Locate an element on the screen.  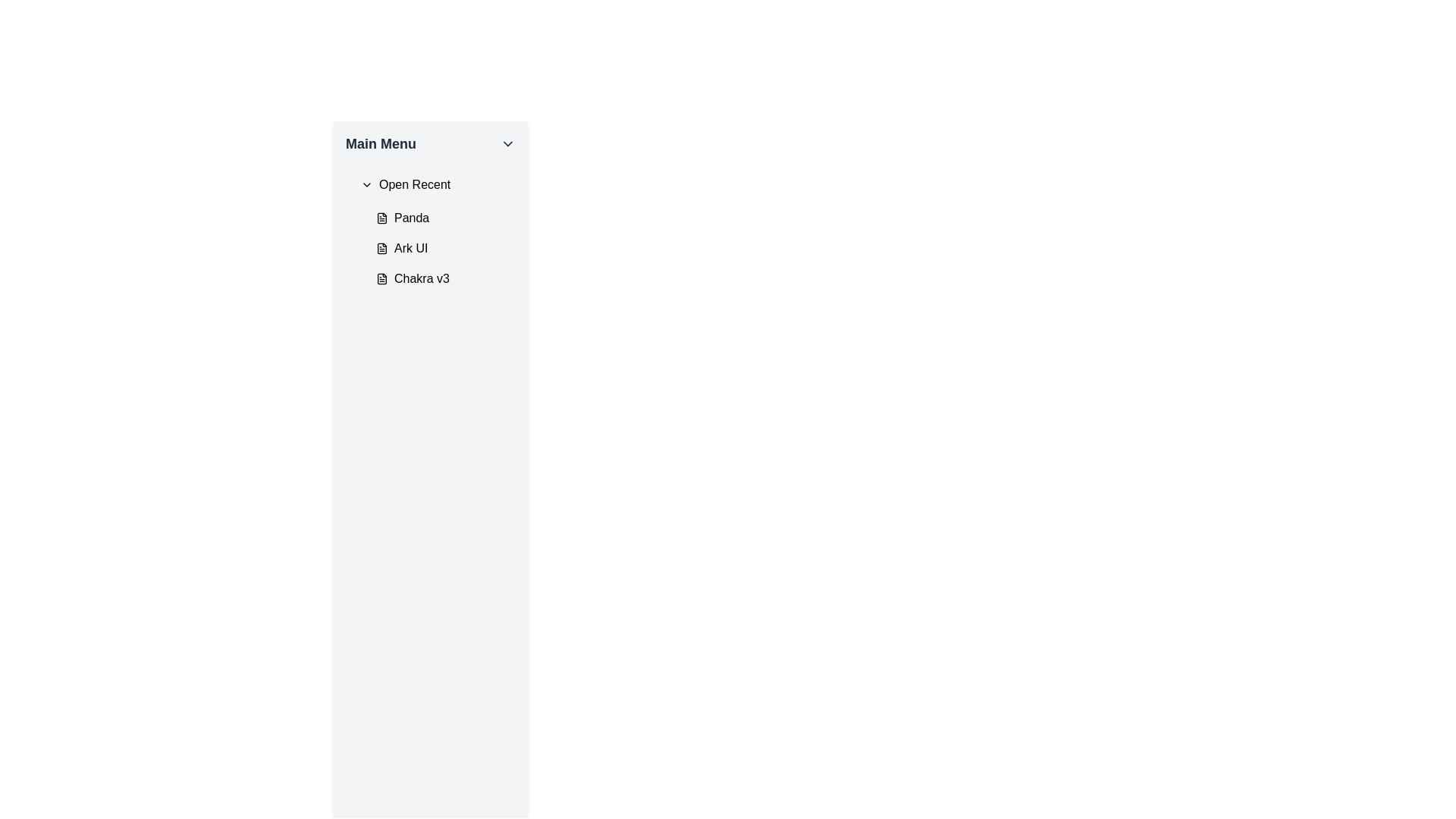
the icon representing the 'Panda' menu item is located at coordinates (382, 218).